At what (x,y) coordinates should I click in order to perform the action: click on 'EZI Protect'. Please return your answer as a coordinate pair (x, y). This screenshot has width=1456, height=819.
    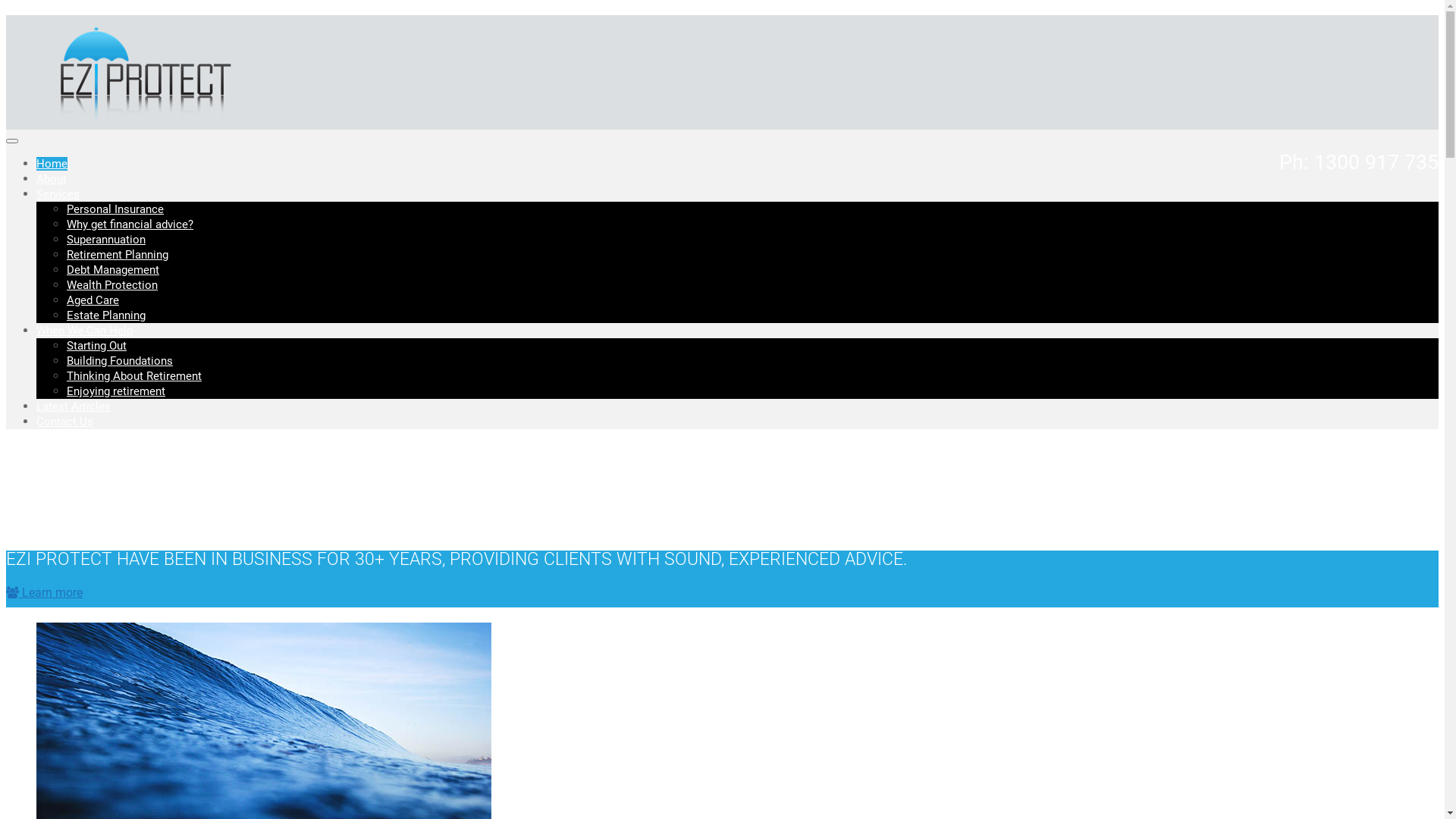
    Looking at the image, I should click on (139, 121).